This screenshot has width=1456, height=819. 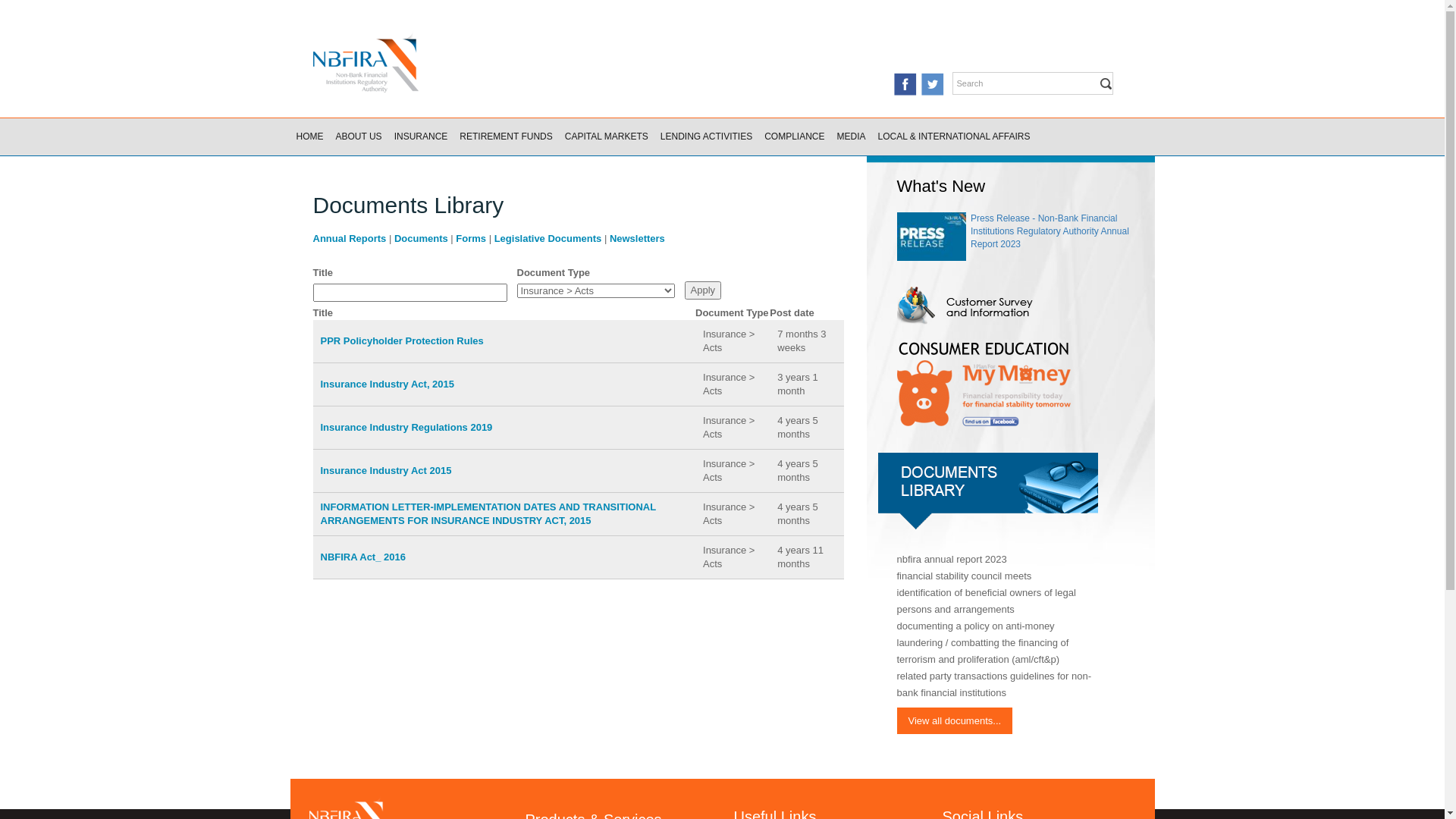 What do you see at coordinates (701, 290) in the screenshot?
I see `'Apply'` at bounding box center [701, 290].